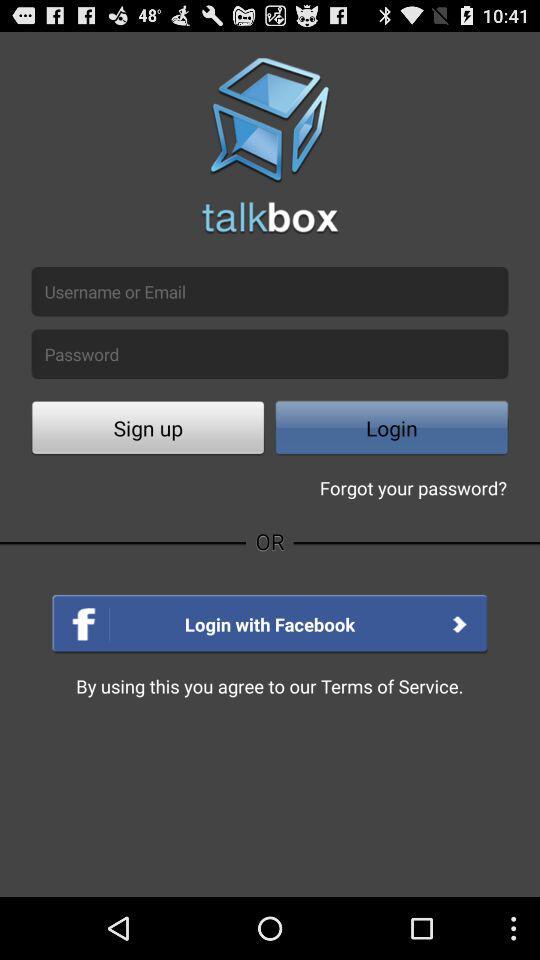 The image size is (540, 960). I want to click on the by using this icon, so click(269, 686).